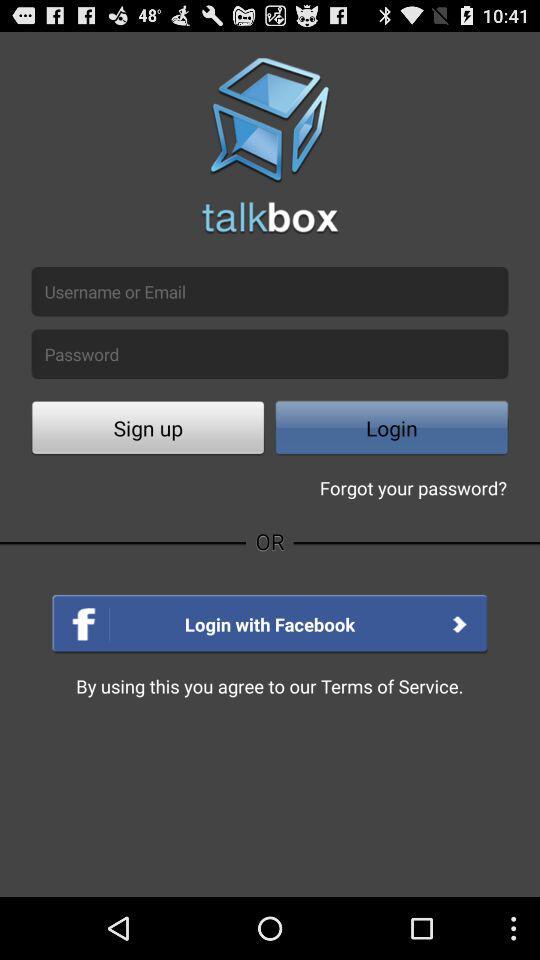 The image size is (540, 960). I want to click on the by using this icon, so click(269, 686).